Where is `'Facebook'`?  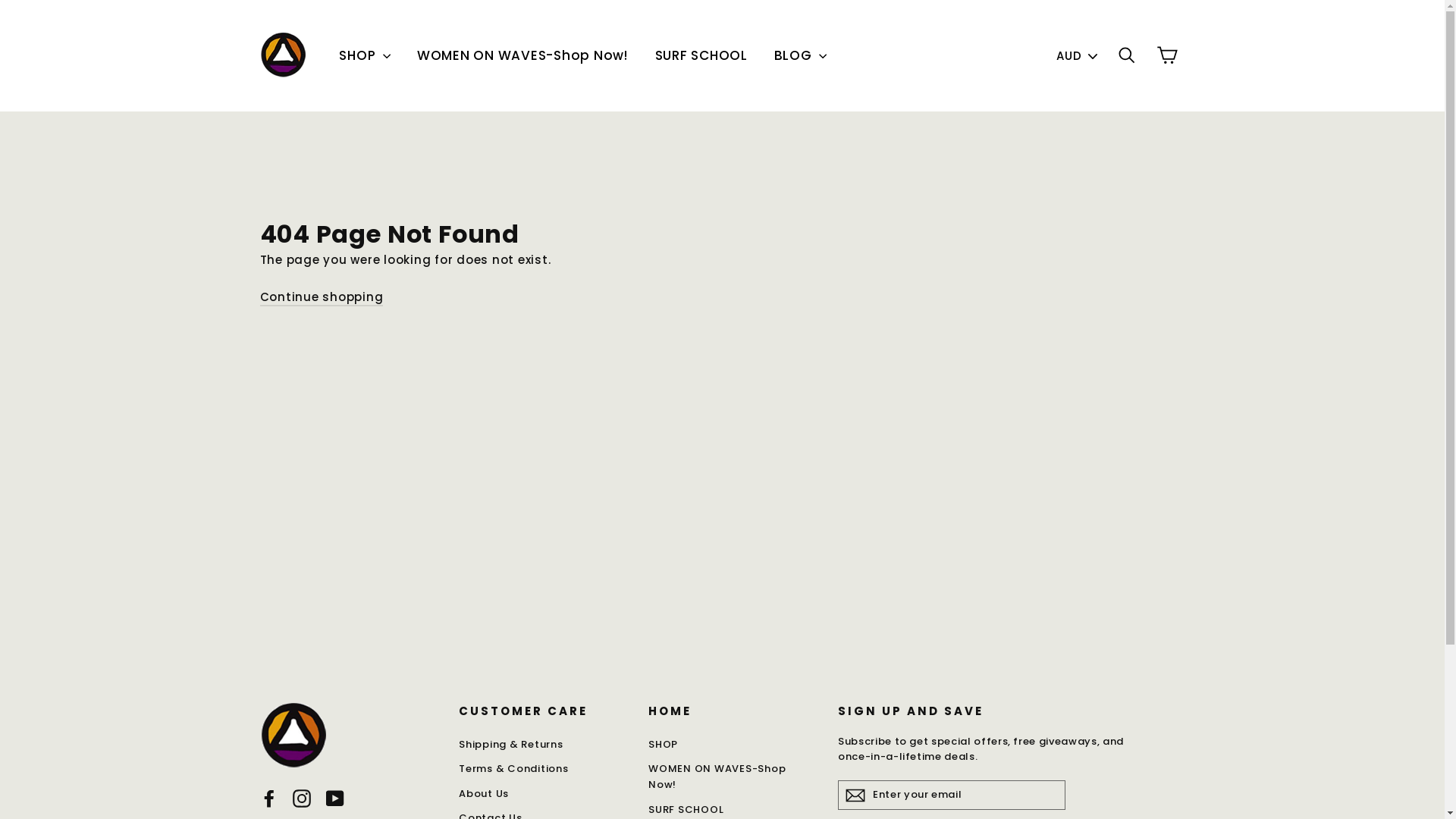 'Facebook' is located at coordinates (268, 797).